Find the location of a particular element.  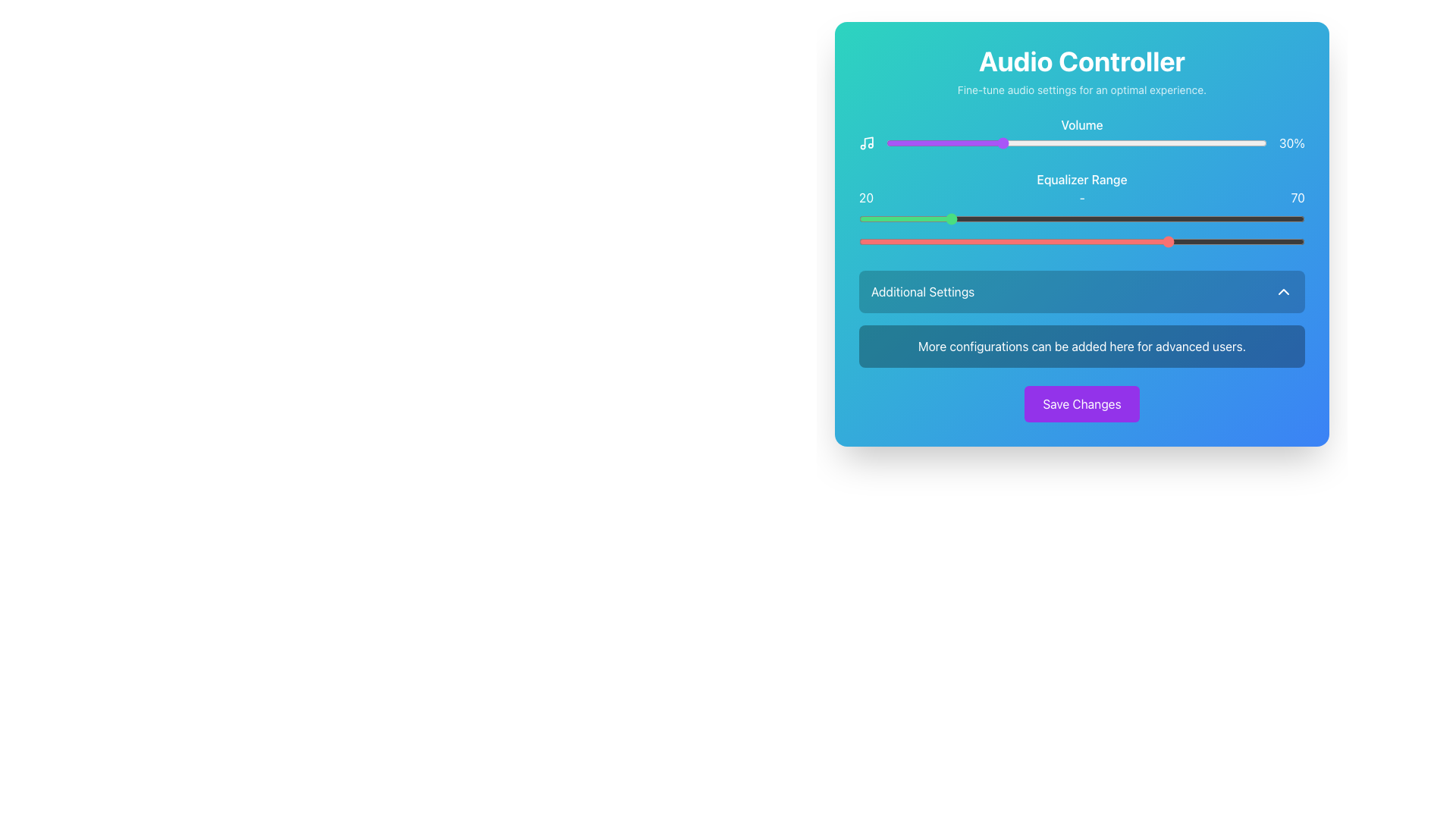

the slider is located at coordinates (1159, 143).